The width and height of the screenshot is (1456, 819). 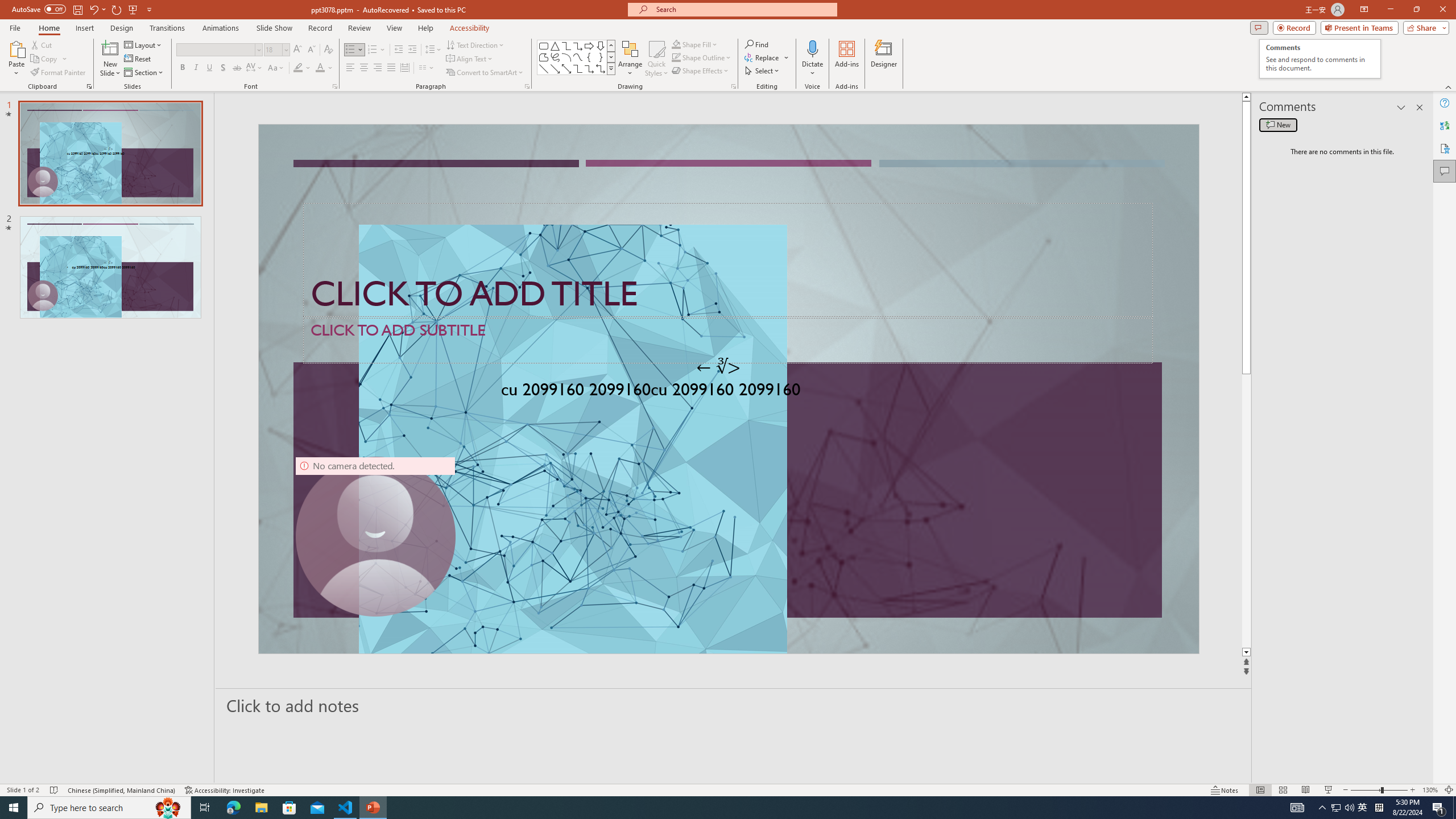 I want to click on 'Shape Outline Green, Accent 1', so click(x=676, y=56).